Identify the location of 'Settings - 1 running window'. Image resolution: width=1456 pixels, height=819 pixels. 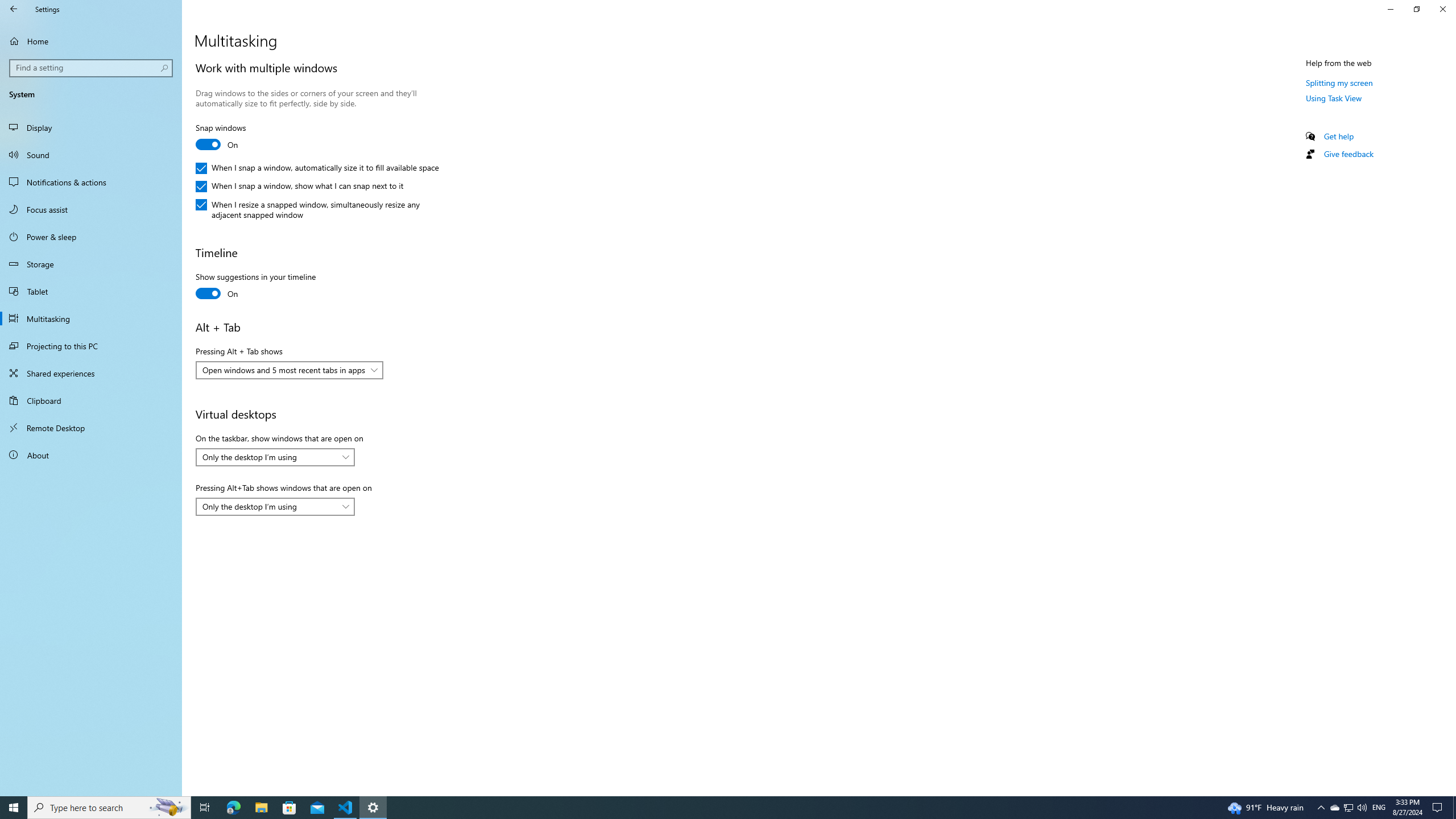
(373, 806).